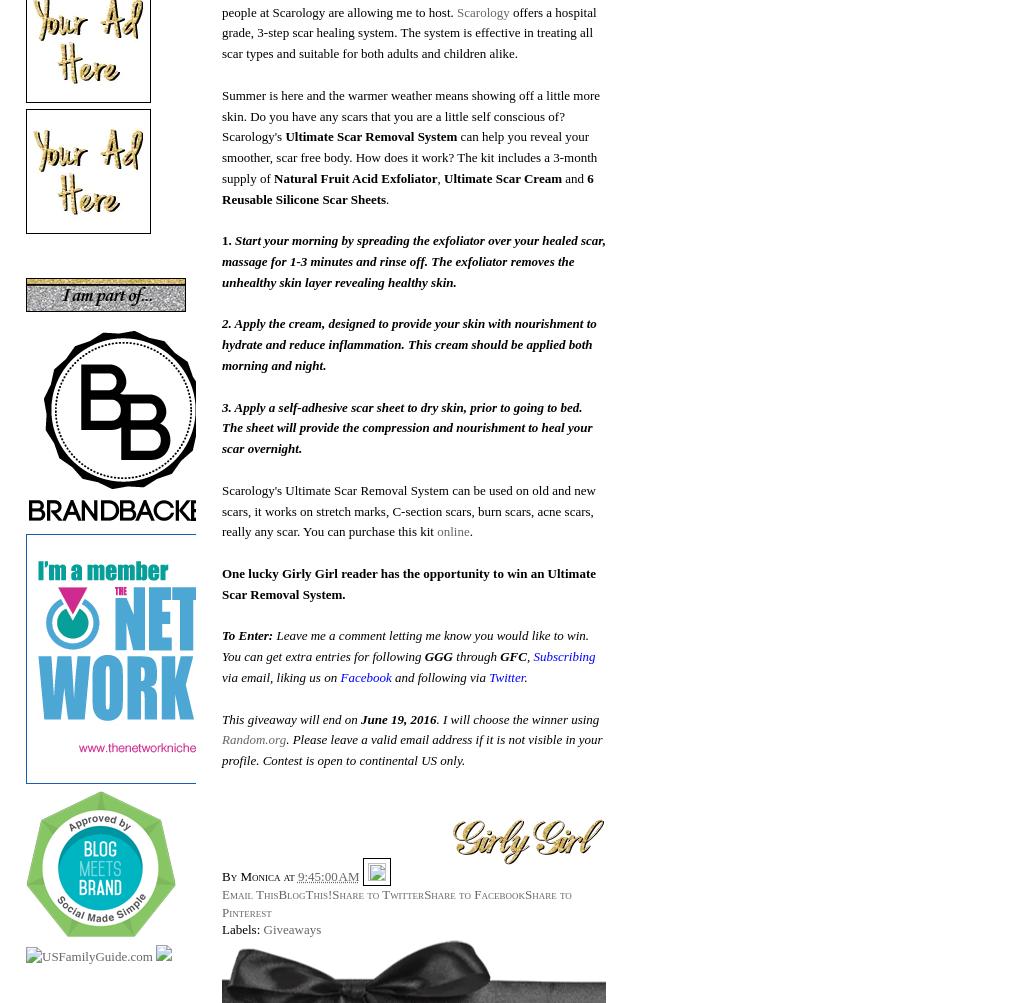  I want to click on 'Summer is here and the warmer weather means showing off a little more skin. Do you have any scars that you are a little self conscious of? Scarology's', so click(410, 114).